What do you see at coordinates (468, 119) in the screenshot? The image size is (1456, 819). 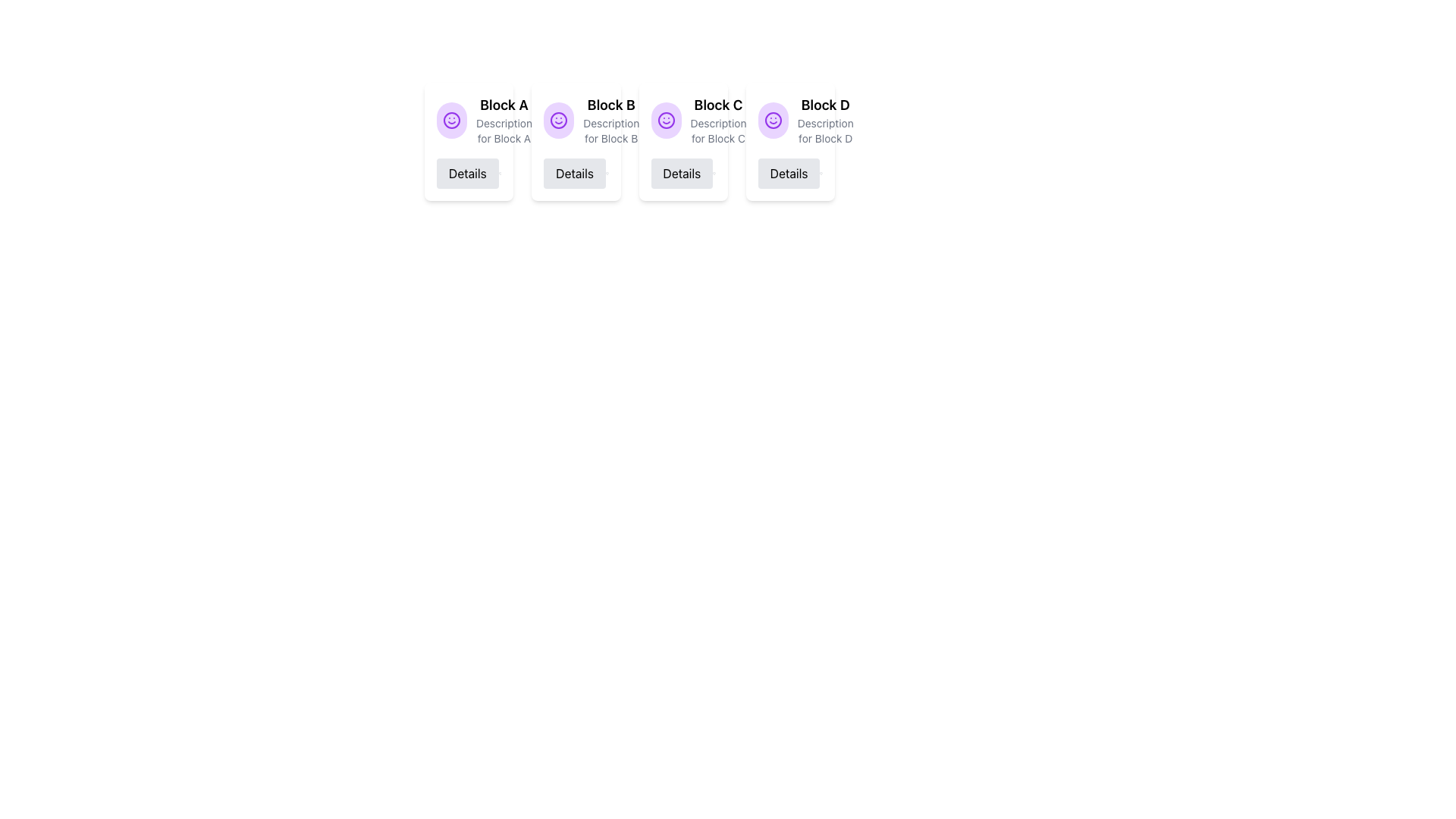 I see `the Composite element displaying the title 'Block A' and its description, which includes a purple circular icon with a smiley face on the left side` at bounding box center [468, 119].